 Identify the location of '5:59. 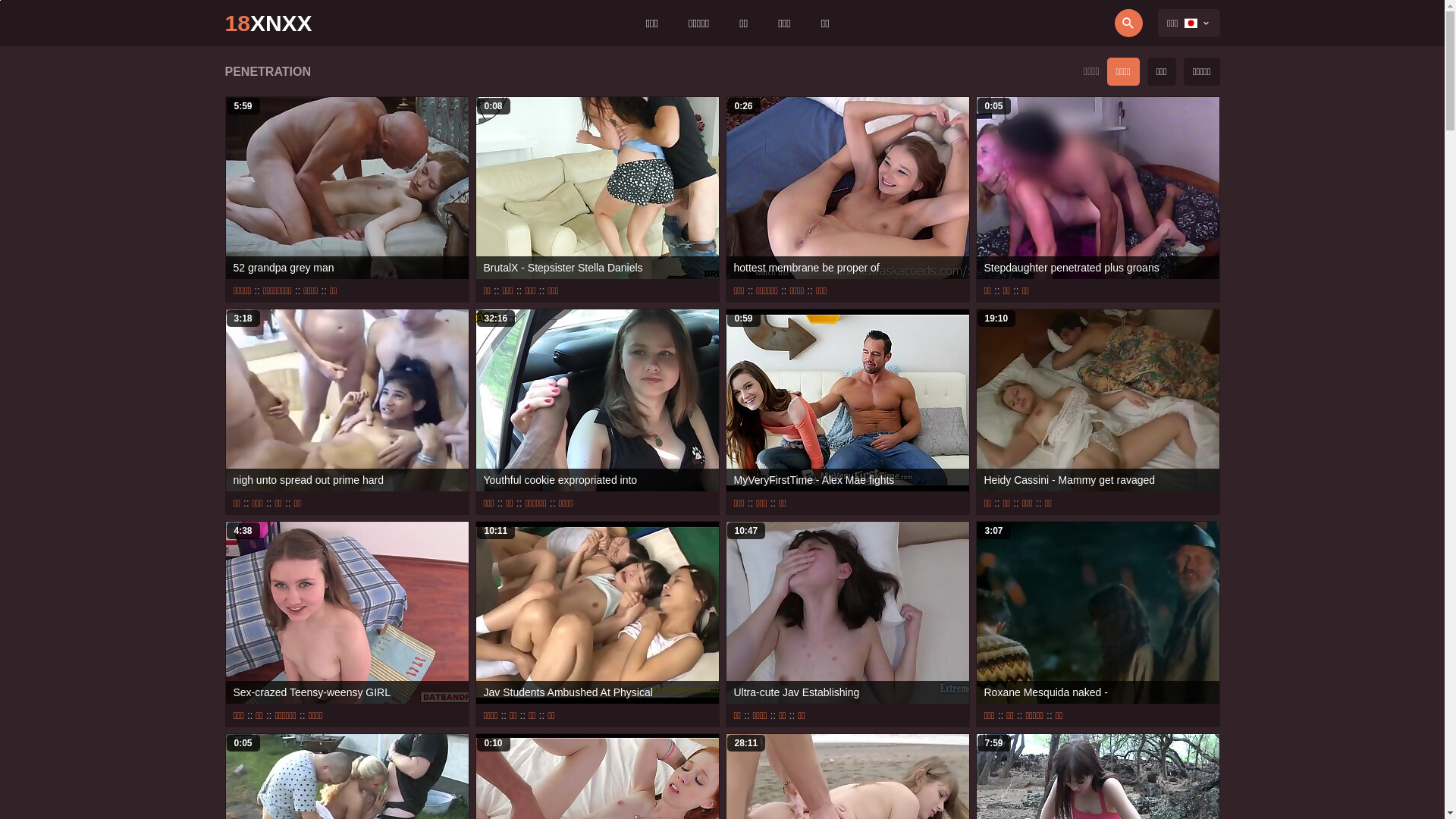
(346, 187).